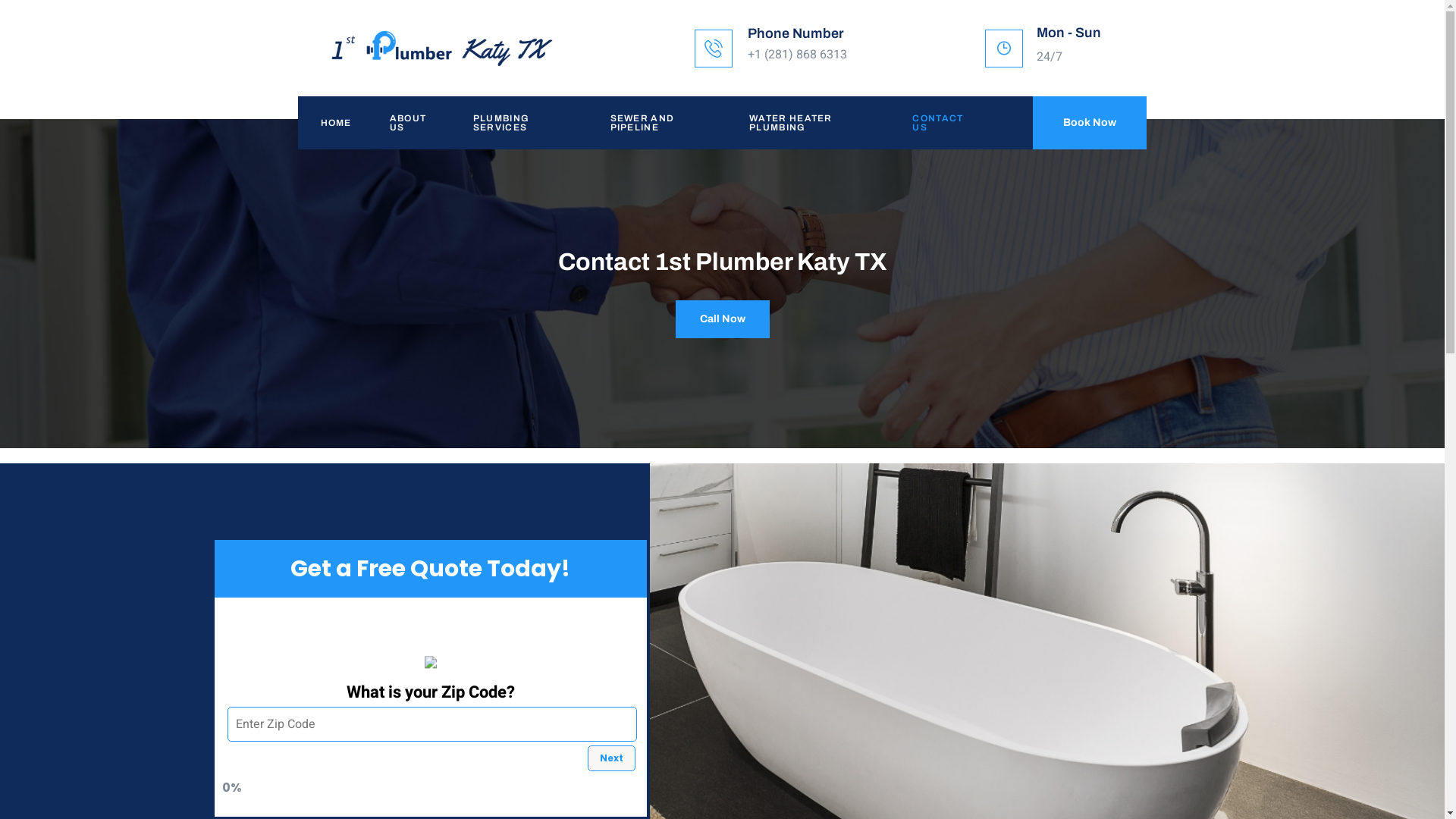 The width and height of the screenshot is (1456, 819). Describe the element at coordinates (519, 122) in the screenshot. I see `'PLUMBING SERVICES'` at that location.